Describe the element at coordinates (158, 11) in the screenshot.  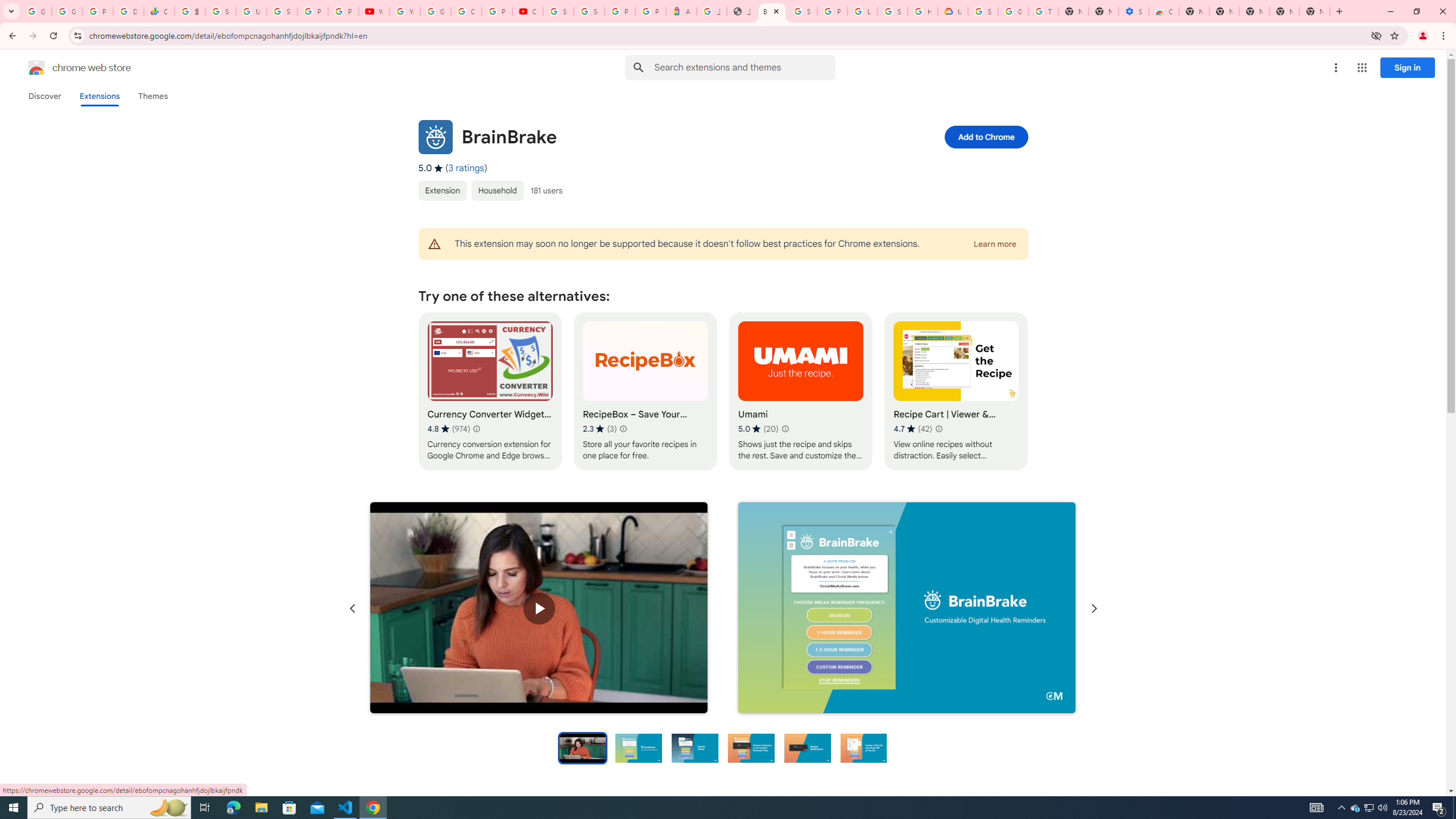
I see `'Currencies - Google Finance'` at that location.